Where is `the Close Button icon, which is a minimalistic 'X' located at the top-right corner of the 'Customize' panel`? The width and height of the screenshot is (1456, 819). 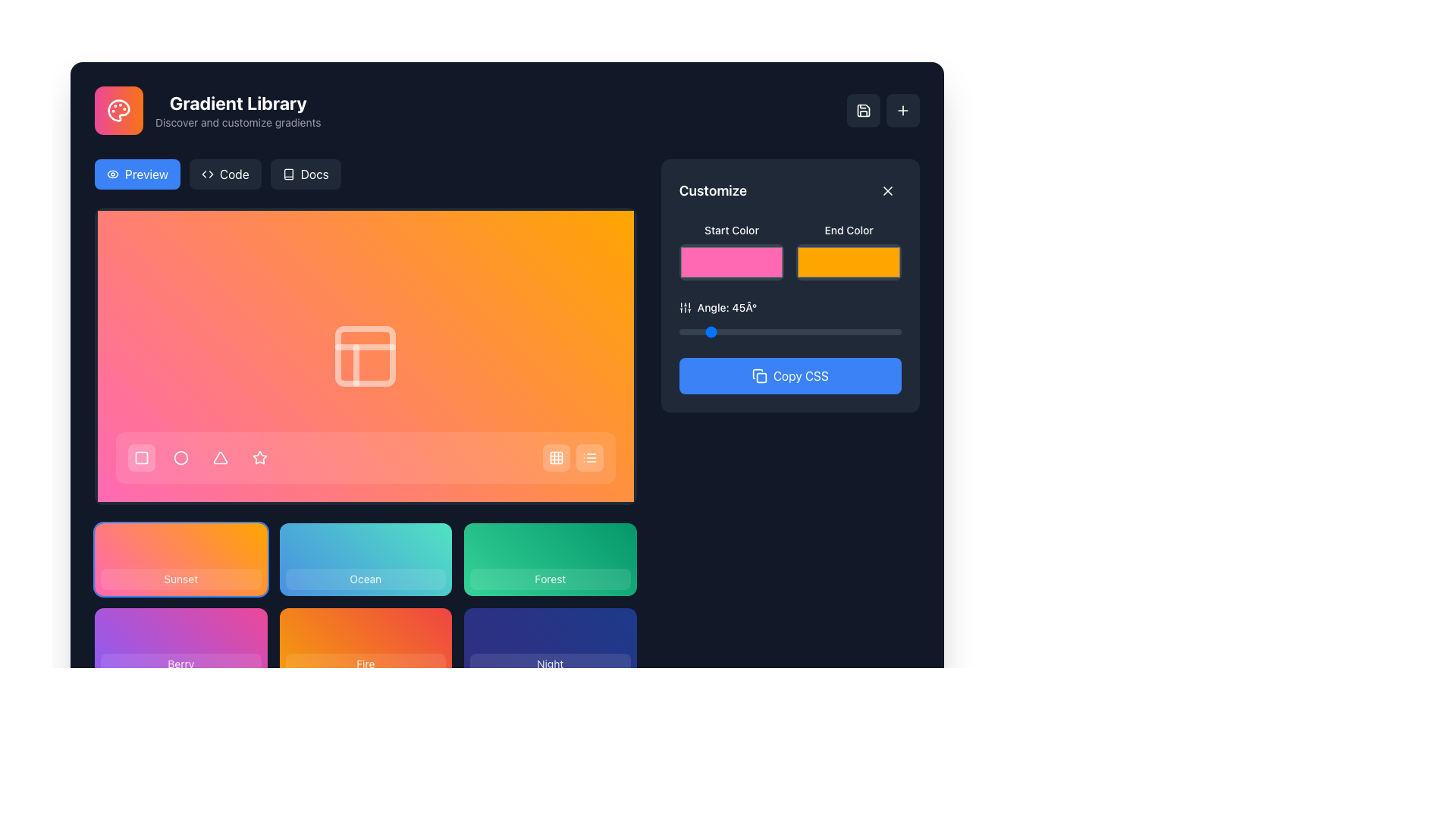 the Close Button icon, which is a minimalistic 'X' located at the top-right corner of the 'Customize' panel is located at coordinates (888, 190).